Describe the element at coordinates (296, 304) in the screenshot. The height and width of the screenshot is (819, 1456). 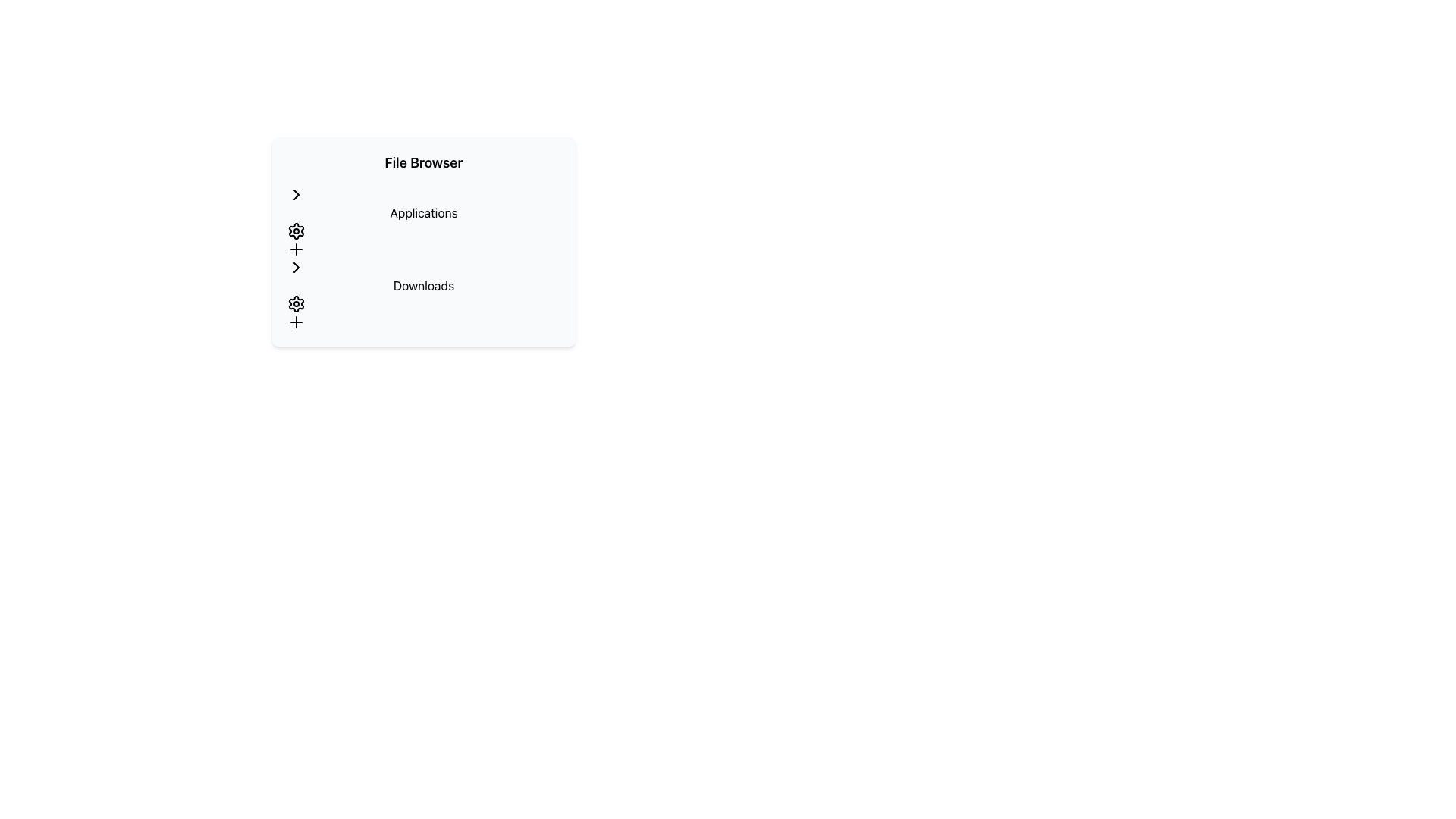
I see `the settings icon in the sidebar` at that location.